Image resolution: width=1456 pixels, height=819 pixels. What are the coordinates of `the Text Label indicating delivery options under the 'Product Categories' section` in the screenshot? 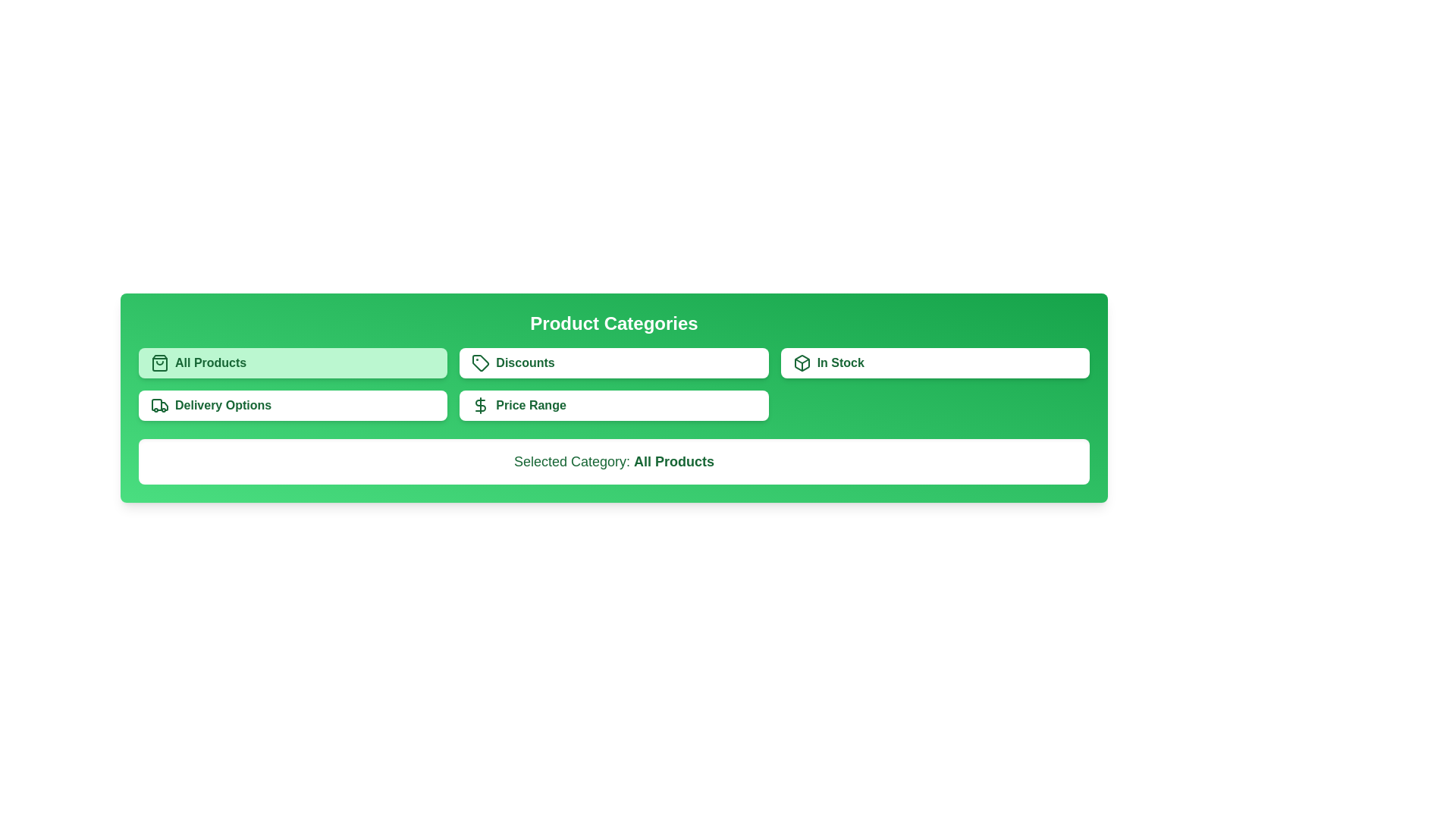 It's located at (222, 405).